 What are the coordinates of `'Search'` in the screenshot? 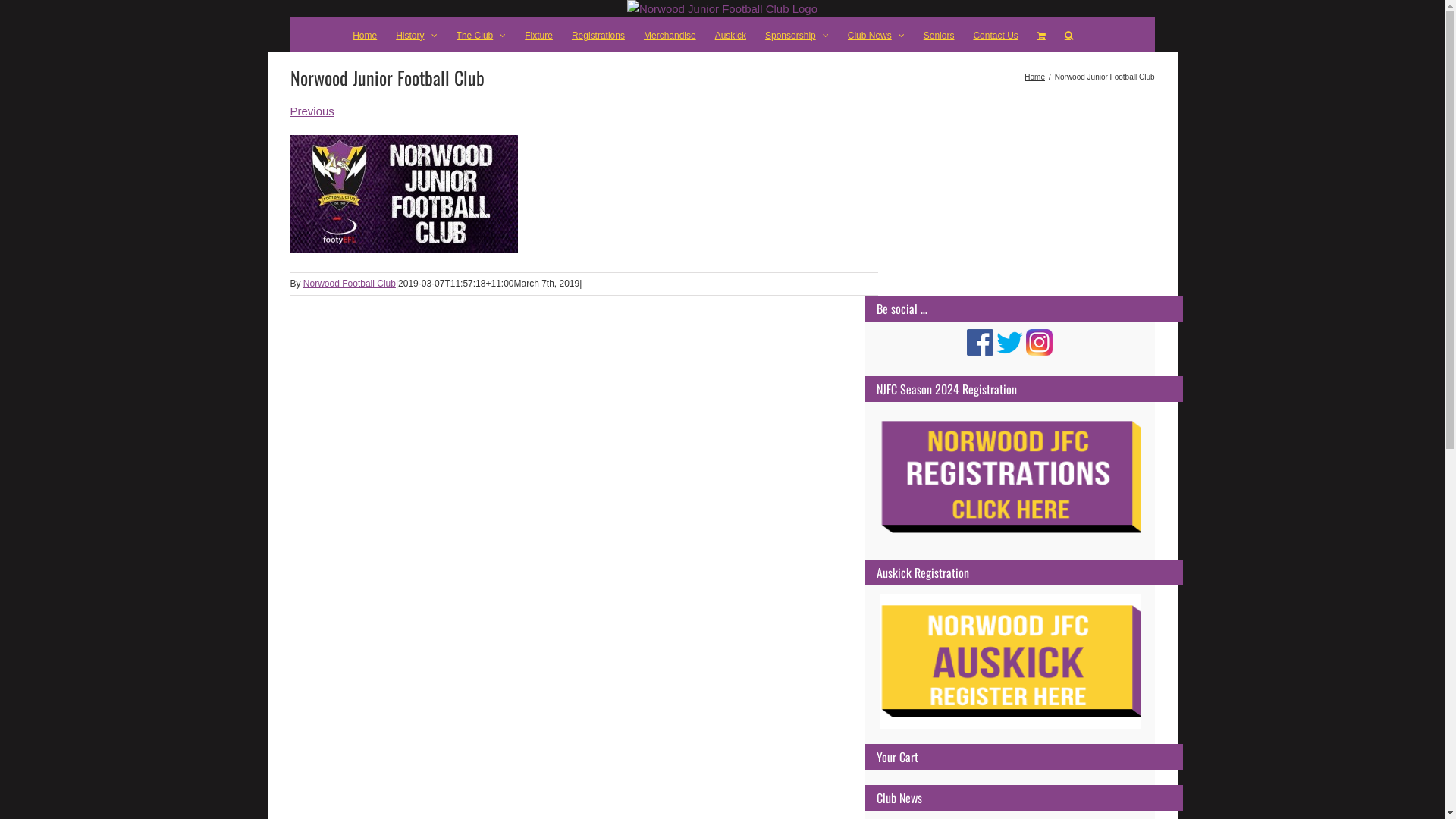 It's located at (1068, 34).